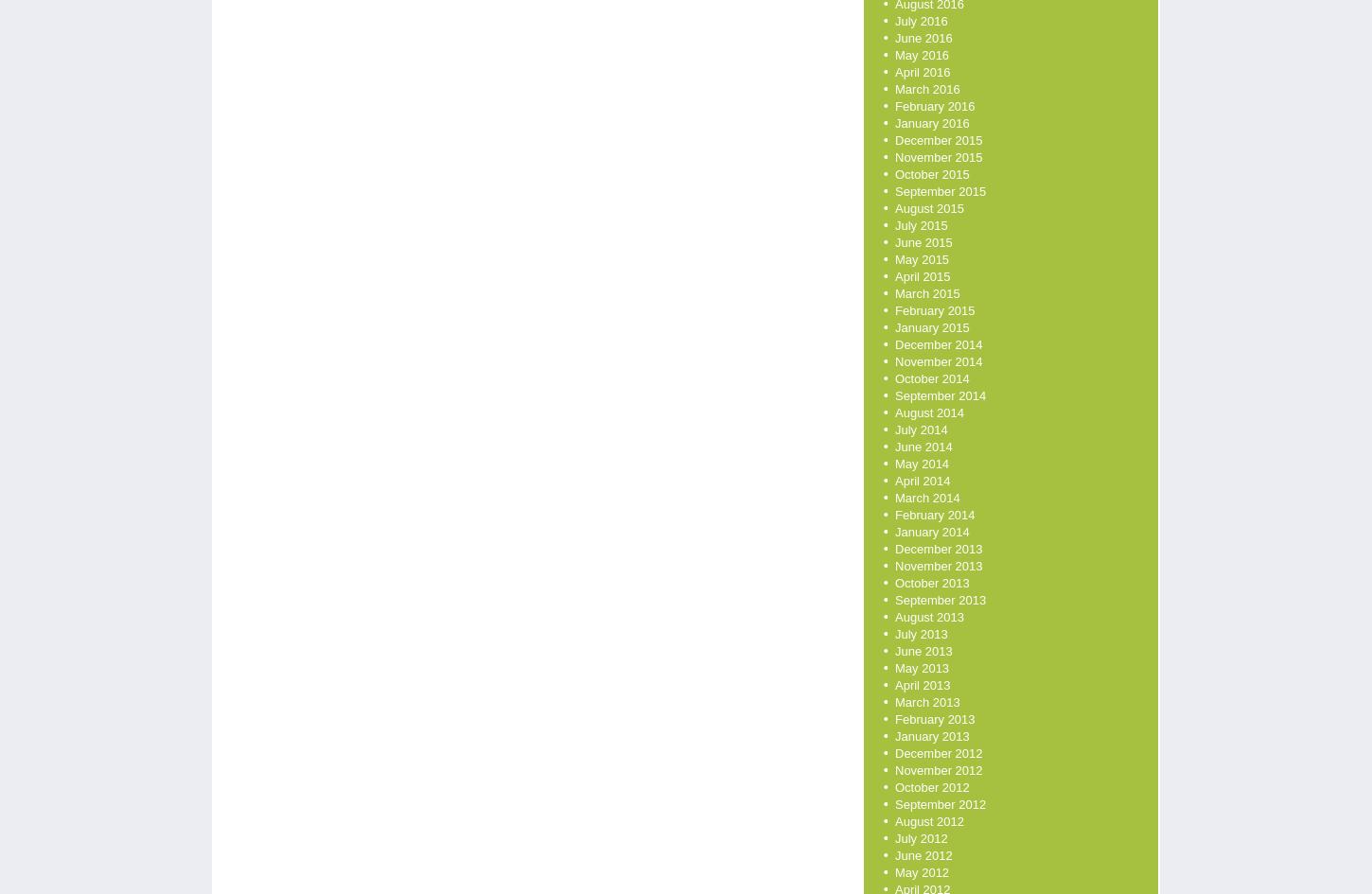 Image resolution: width=1372 pixels, height=894 pixels. Describe the element at coordinates (893, 871) in the screenshot. I see `'May 2012'` at that location.